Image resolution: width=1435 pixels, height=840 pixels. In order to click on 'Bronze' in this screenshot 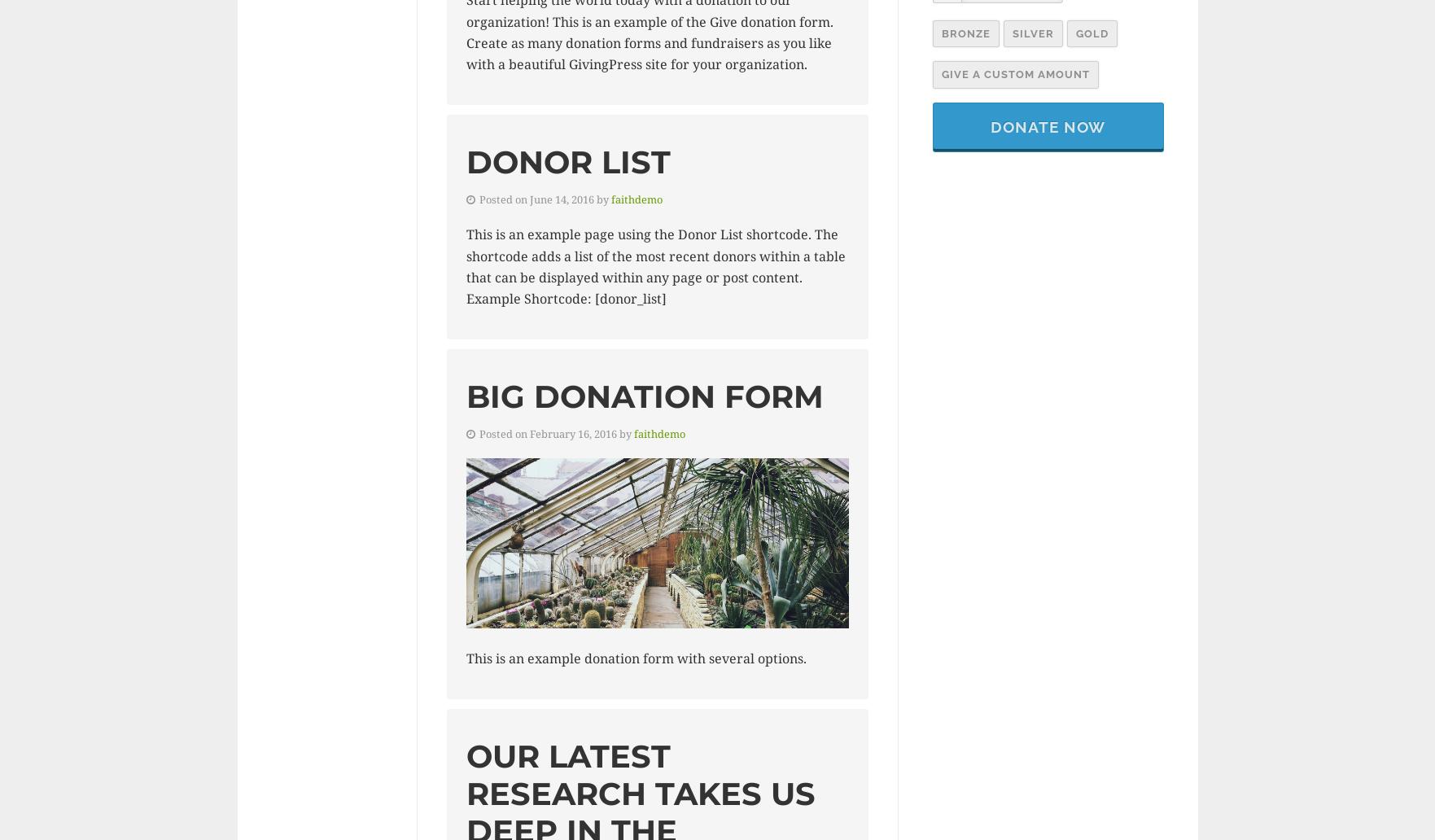, I will do `click(964, 33)`.